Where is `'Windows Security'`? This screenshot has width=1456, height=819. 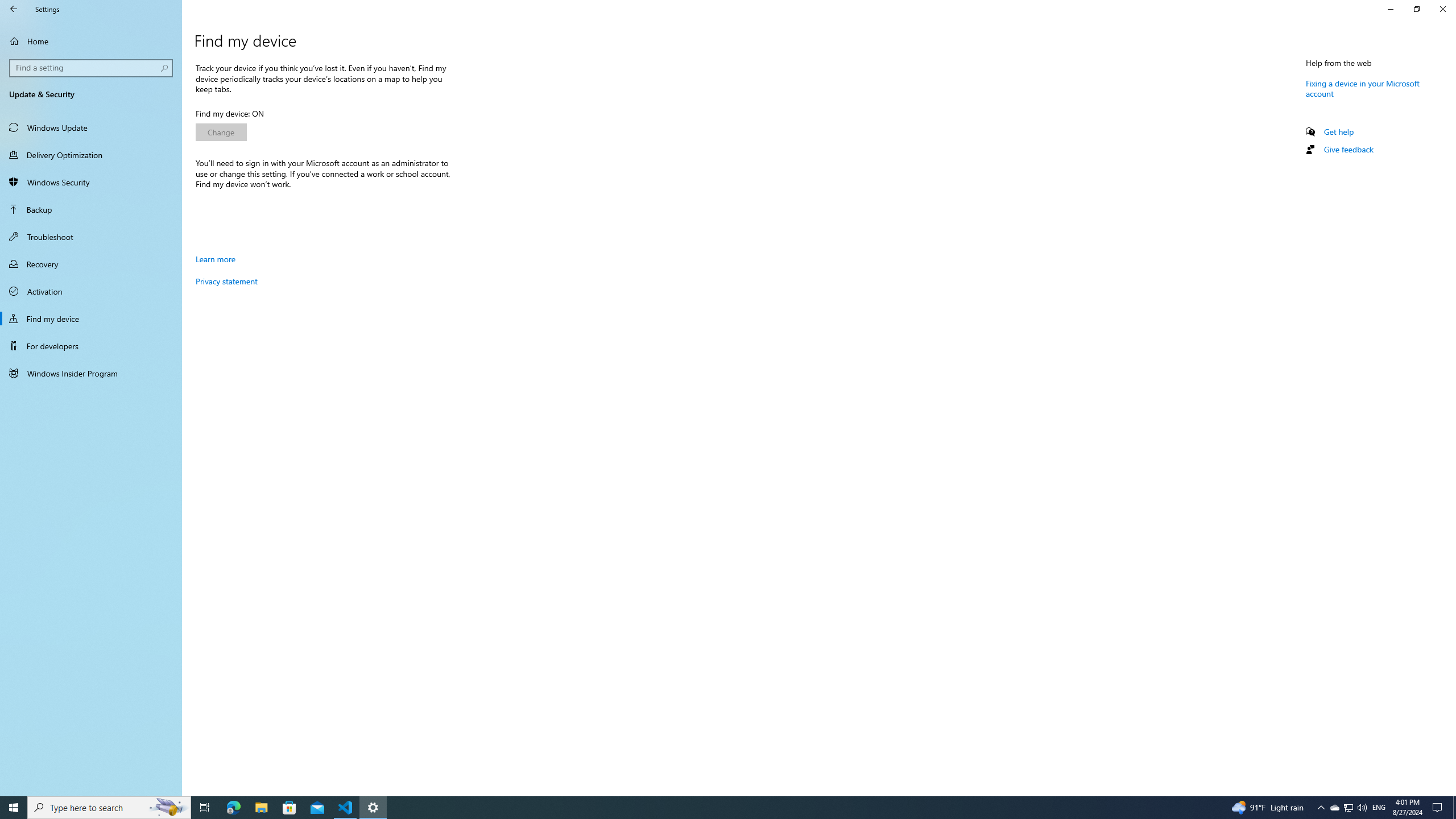 'Windows Security' is located at coordinates (90, 181).